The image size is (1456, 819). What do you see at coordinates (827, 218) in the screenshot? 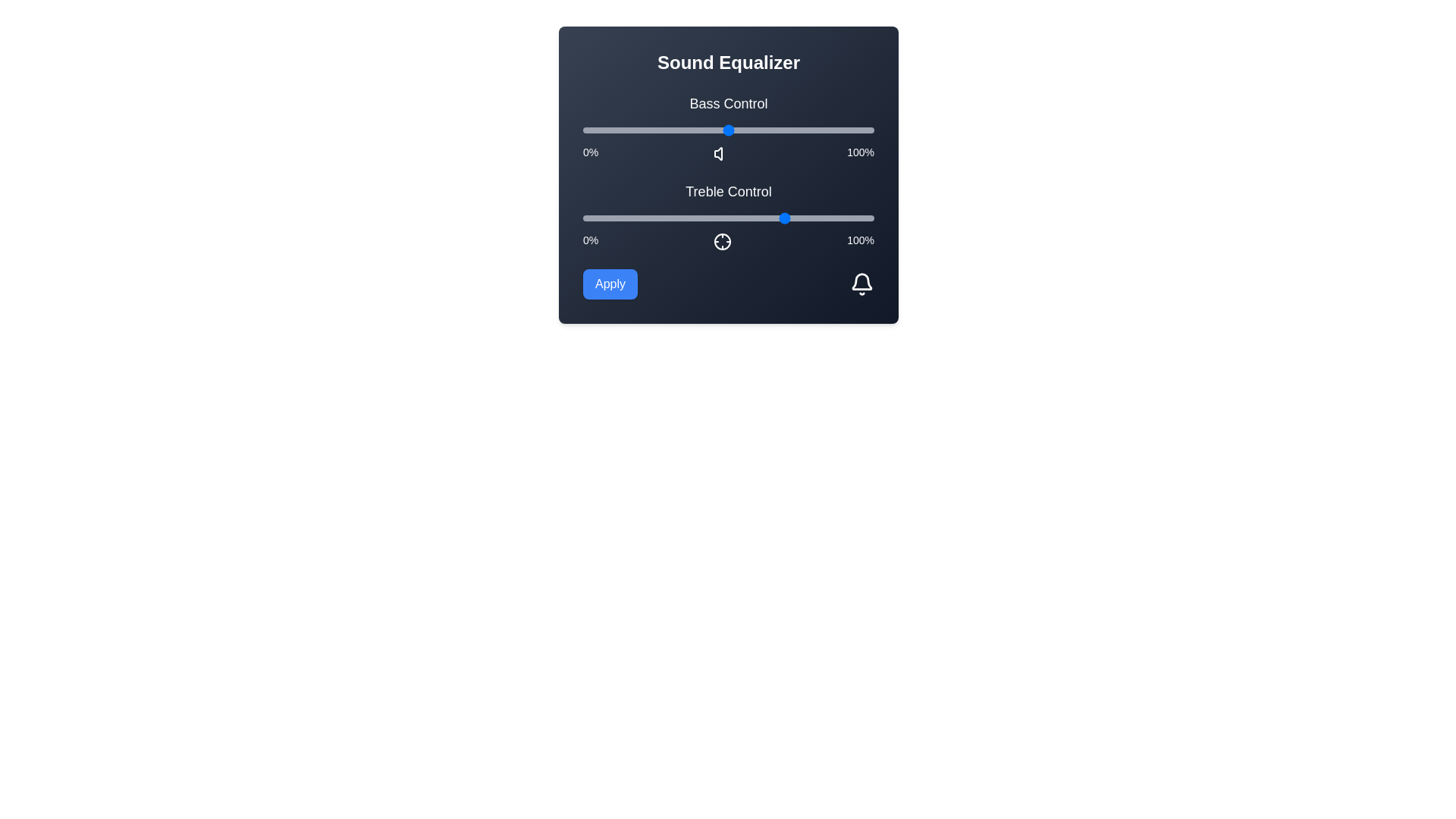
I see `the treble slider to 84%` at bounding box center [827, 218].